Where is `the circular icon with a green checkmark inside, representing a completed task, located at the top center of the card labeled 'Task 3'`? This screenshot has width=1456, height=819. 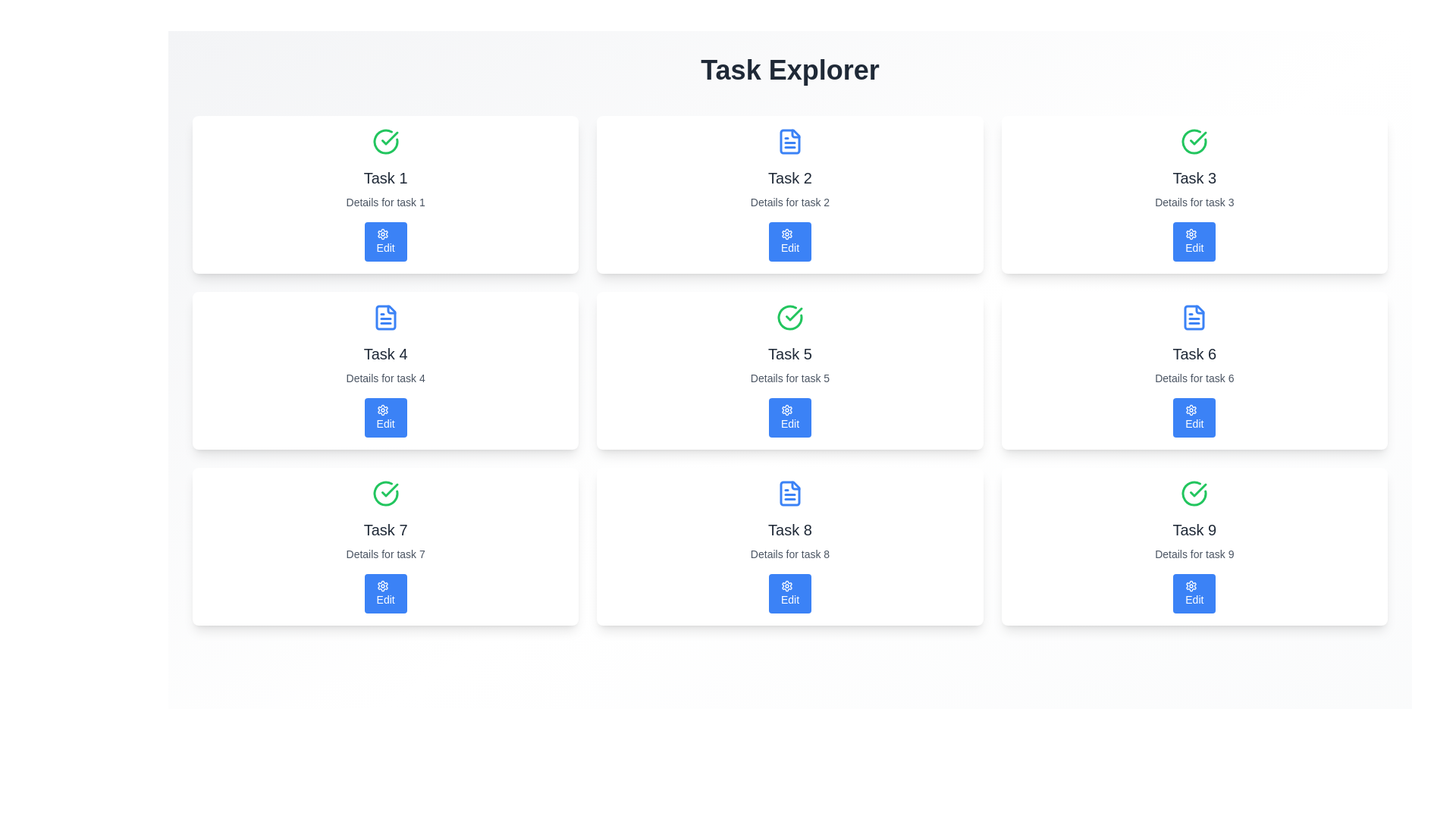
the circular icon with a green checkmark inside, representing a completed task, located at the top center of the card labeled 'Task 3' is located at coordinates (1194, 141).